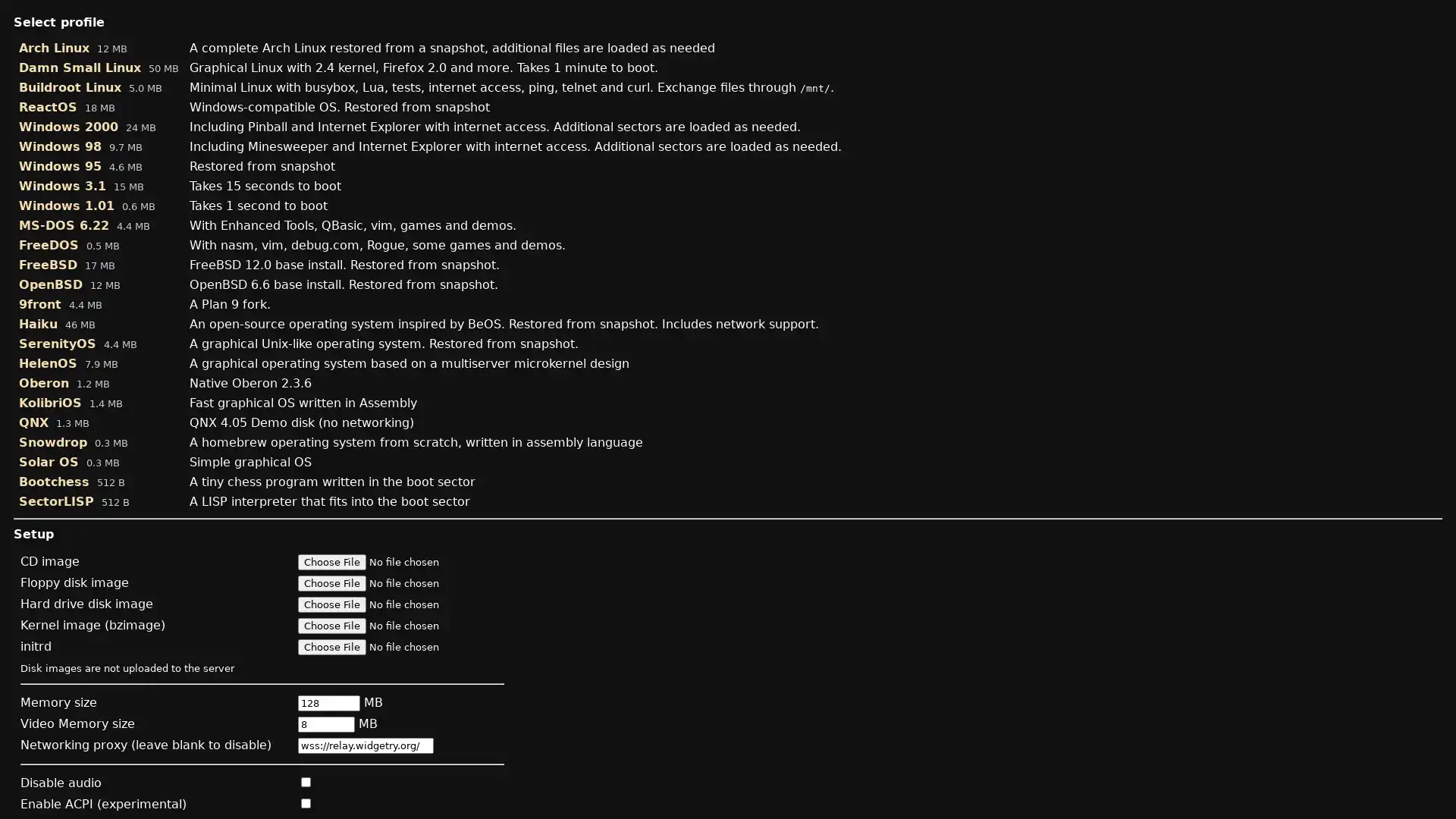 The height and width of the screenshot is (819, 1456). Describe the element at coordinates (331, 562) in the screenshot. I see `Choose File` at that location.